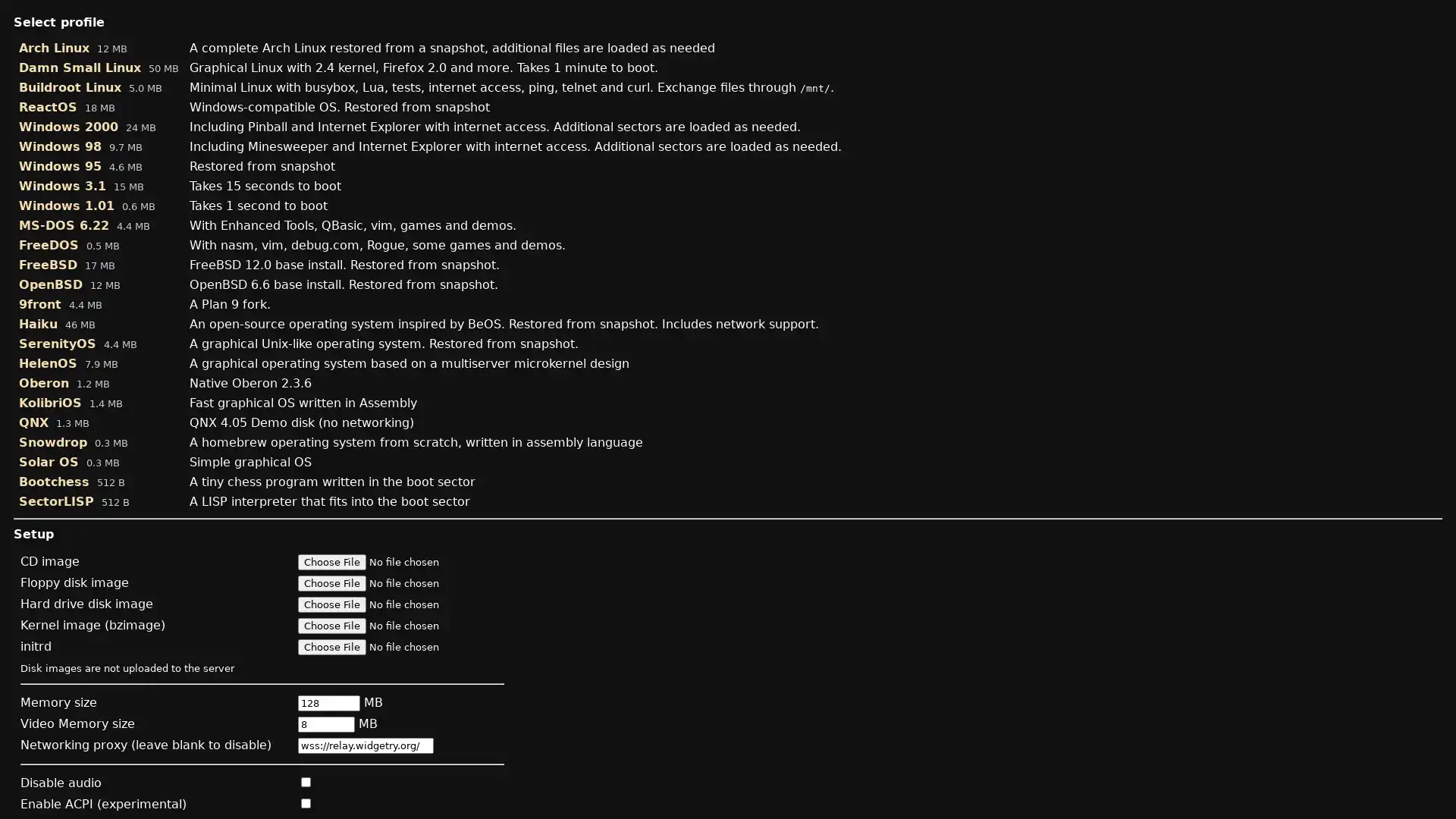 The height and width of the screenshot is (819, 1456). Describe the element at coordinates (331, 562) in the screenshot. I see `Choose File` at that location.